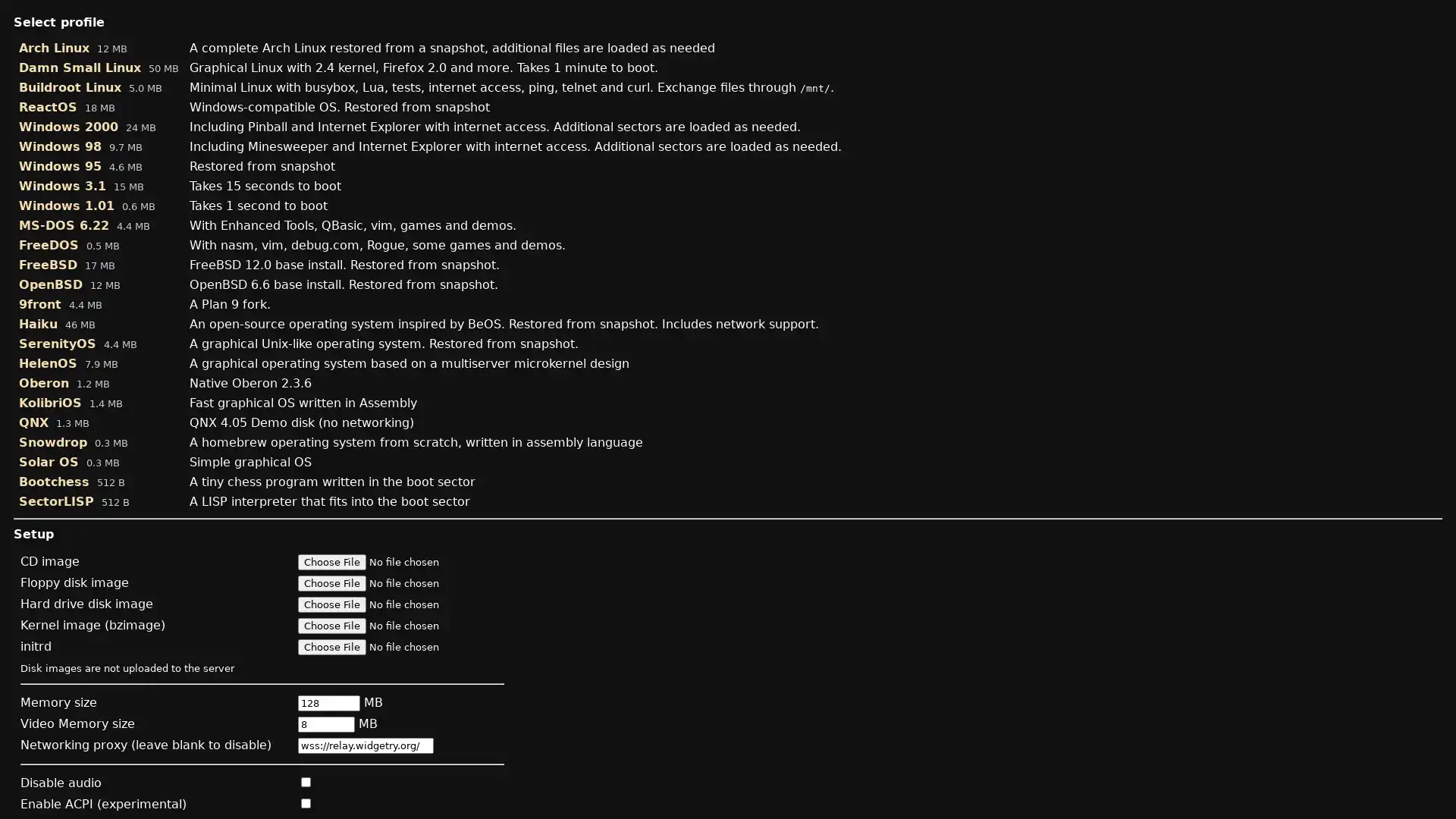 The height and width of the screenshot is (819, 1456). Describe the element at coordinates (331, 562) in the screenshot. I see `Choose File` at that location.